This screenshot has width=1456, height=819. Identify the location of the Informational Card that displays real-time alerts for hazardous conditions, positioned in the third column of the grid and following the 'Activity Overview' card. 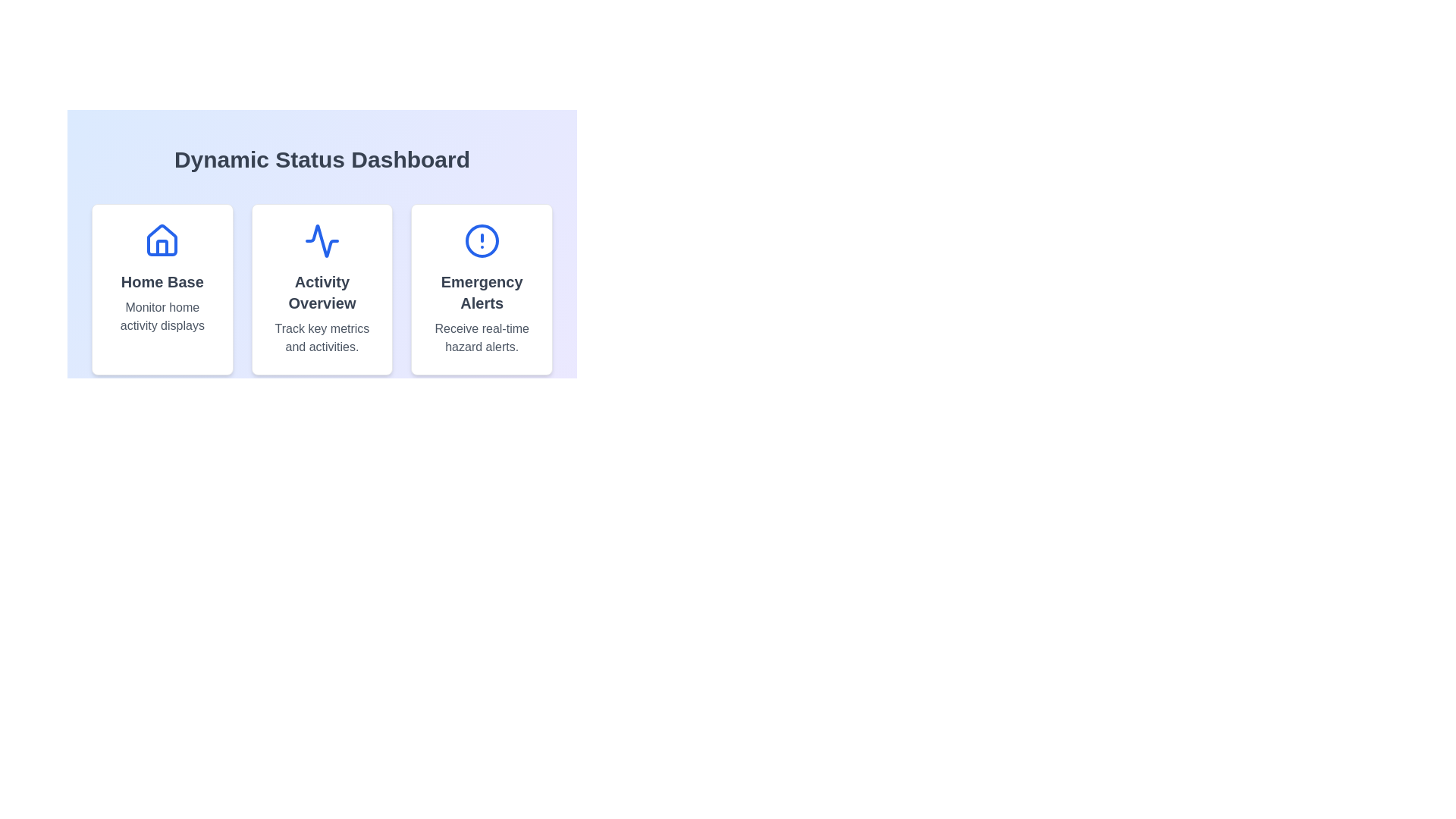
(481, 289).